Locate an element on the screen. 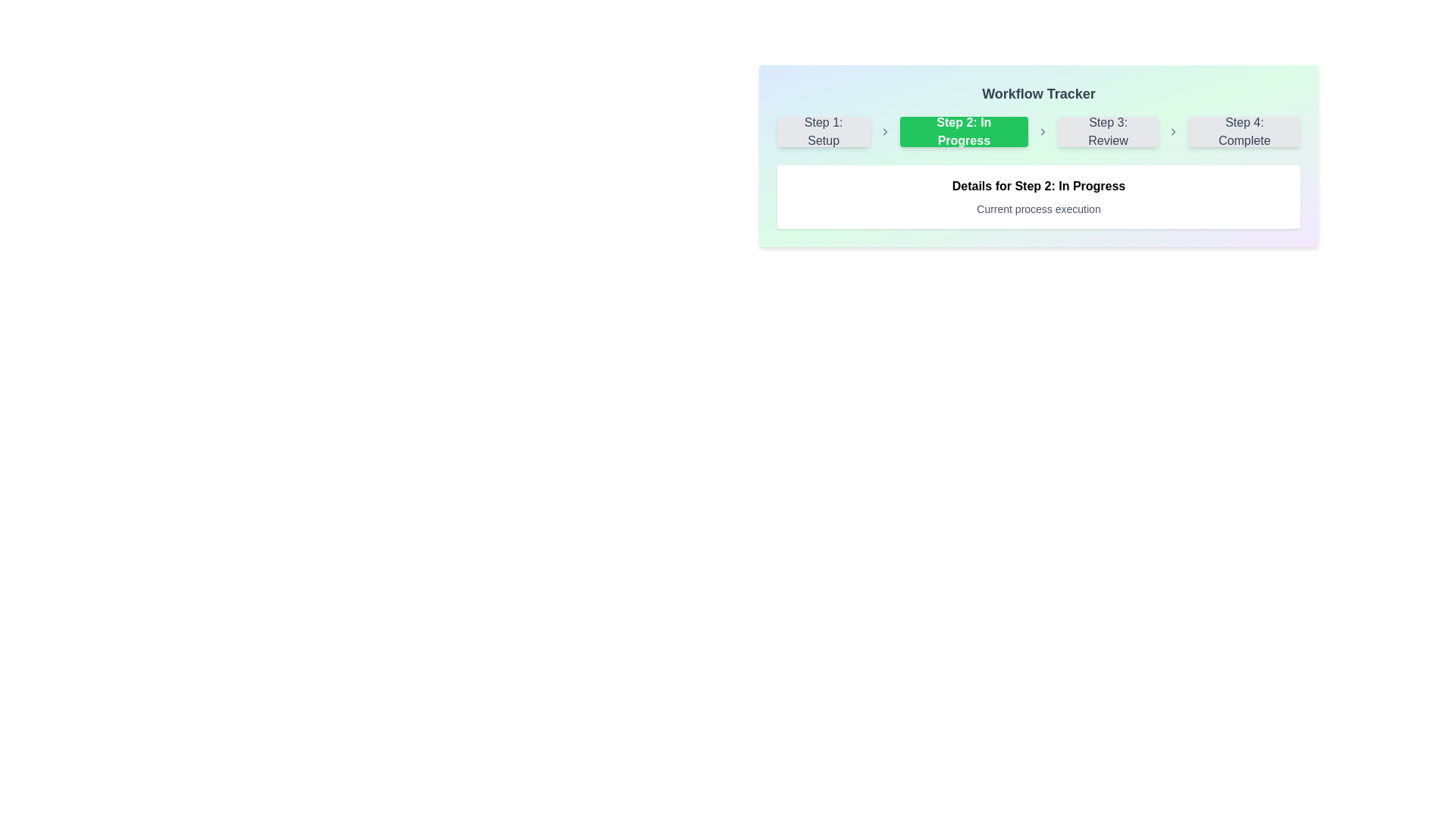  the 'Step 3: Review' button is located at coordinates (1108, 130).